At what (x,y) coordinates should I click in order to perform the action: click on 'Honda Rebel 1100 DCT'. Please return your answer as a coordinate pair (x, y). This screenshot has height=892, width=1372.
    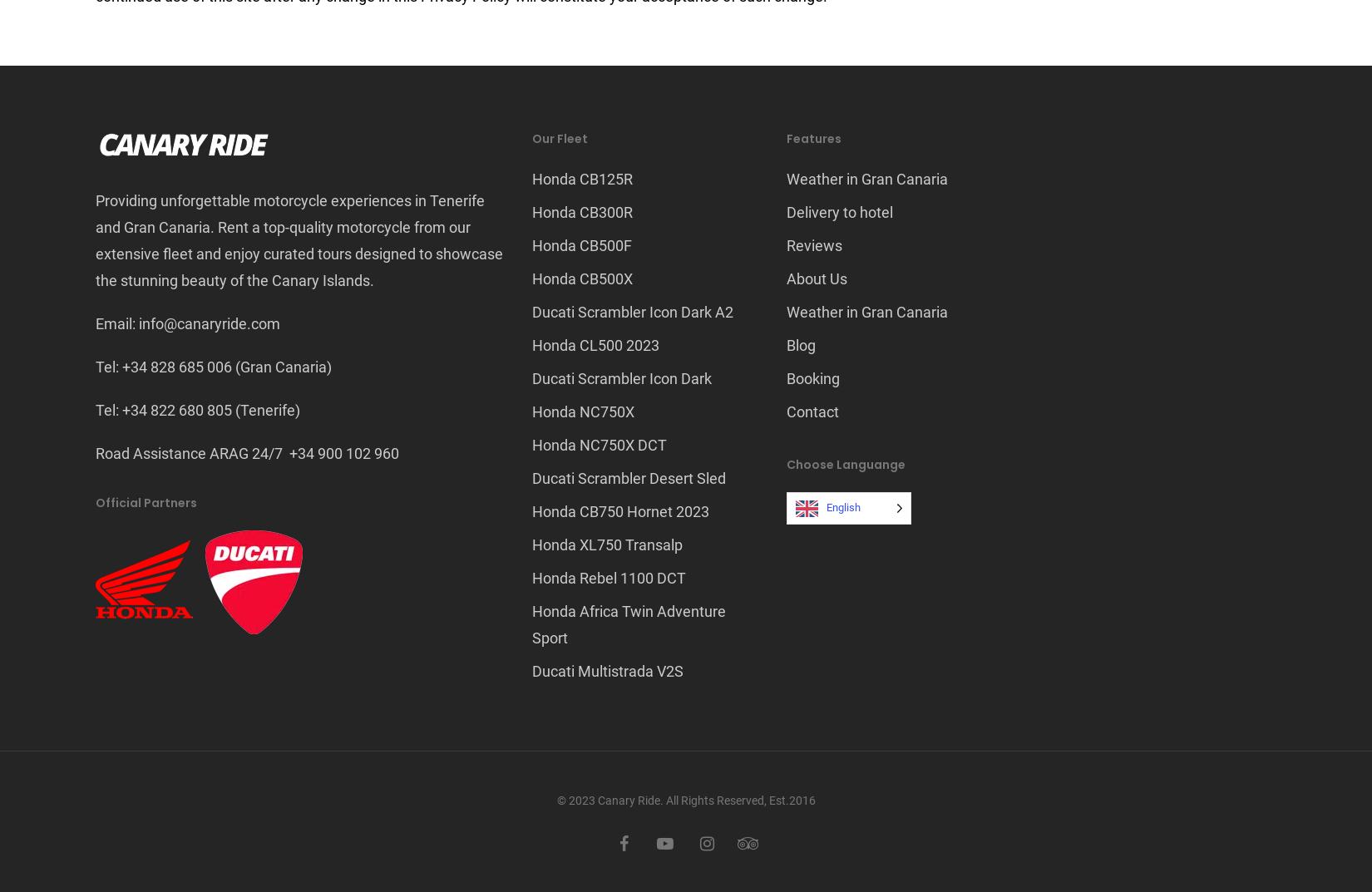
    Looking at the image, I should click on (531, 578).